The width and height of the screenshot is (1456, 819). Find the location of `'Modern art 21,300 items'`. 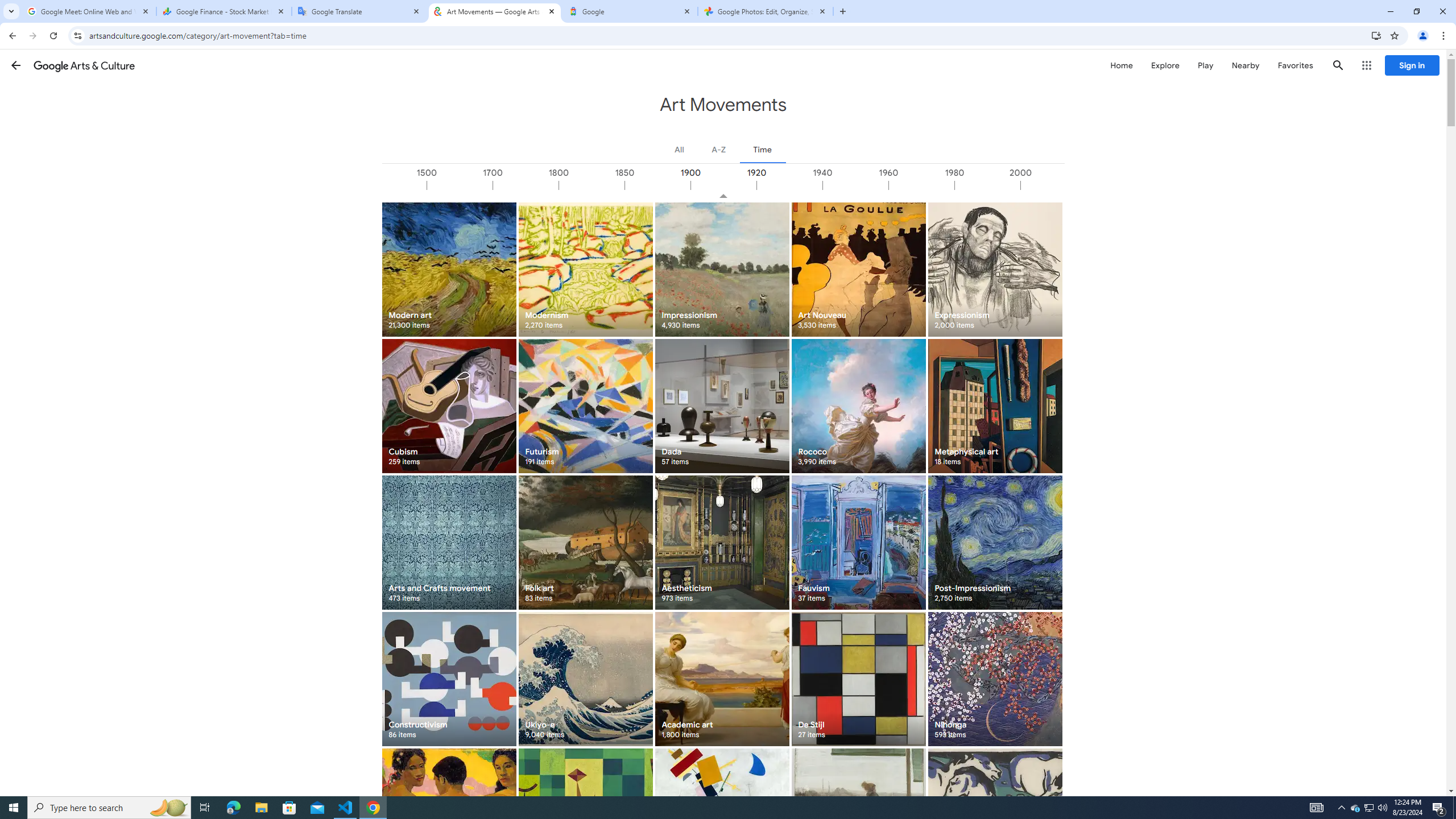

'Modern art 21,300 items' is located at coordinates (448, 268).